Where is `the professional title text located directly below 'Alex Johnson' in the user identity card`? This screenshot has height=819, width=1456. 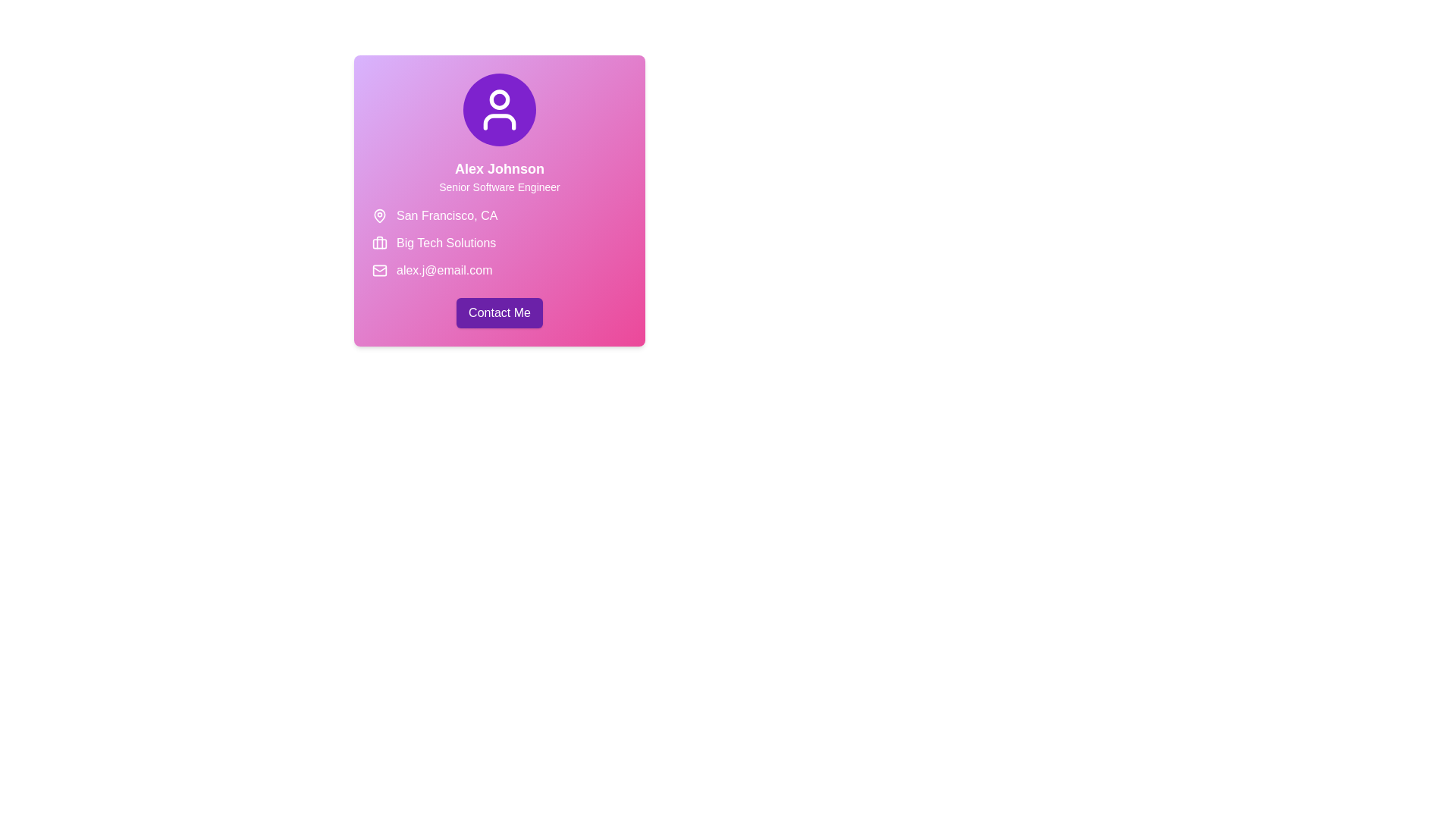
the professional title text located directly below 'Alex Johnson' in the user identity card is located at coordinates (499, 186).